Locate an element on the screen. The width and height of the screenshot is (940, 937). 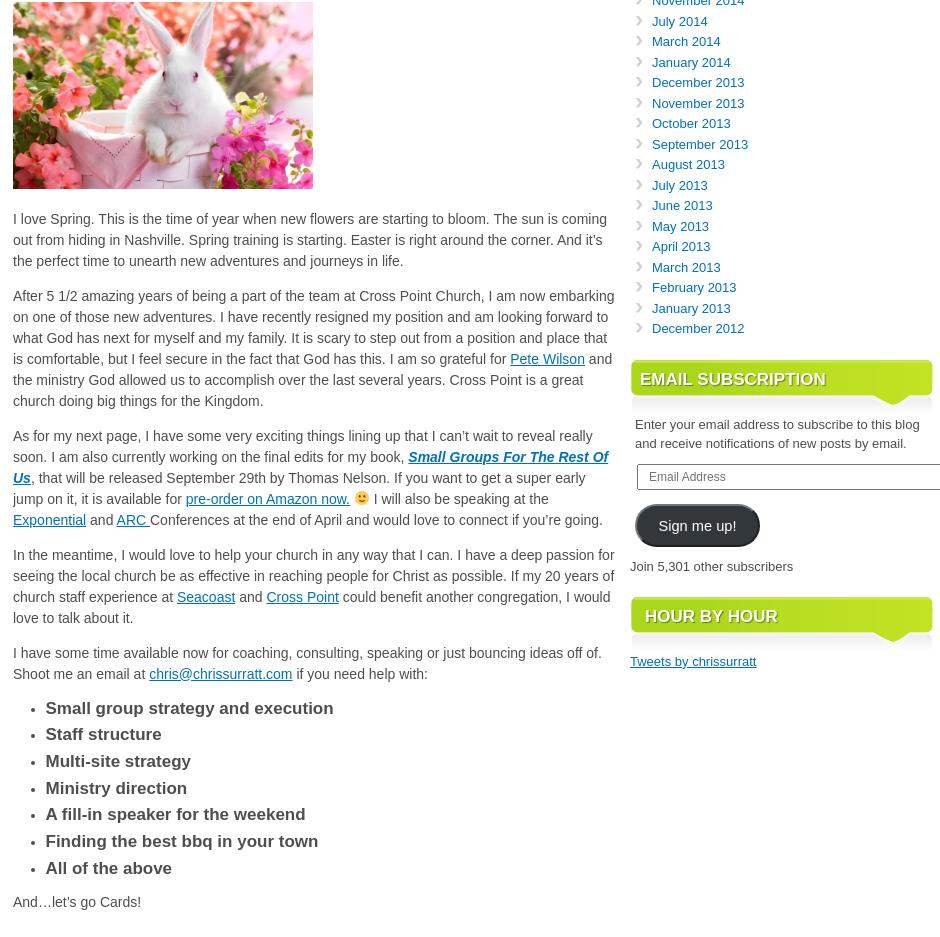
'Tweets by chrissurratt' is located at coordinates (629, 659).